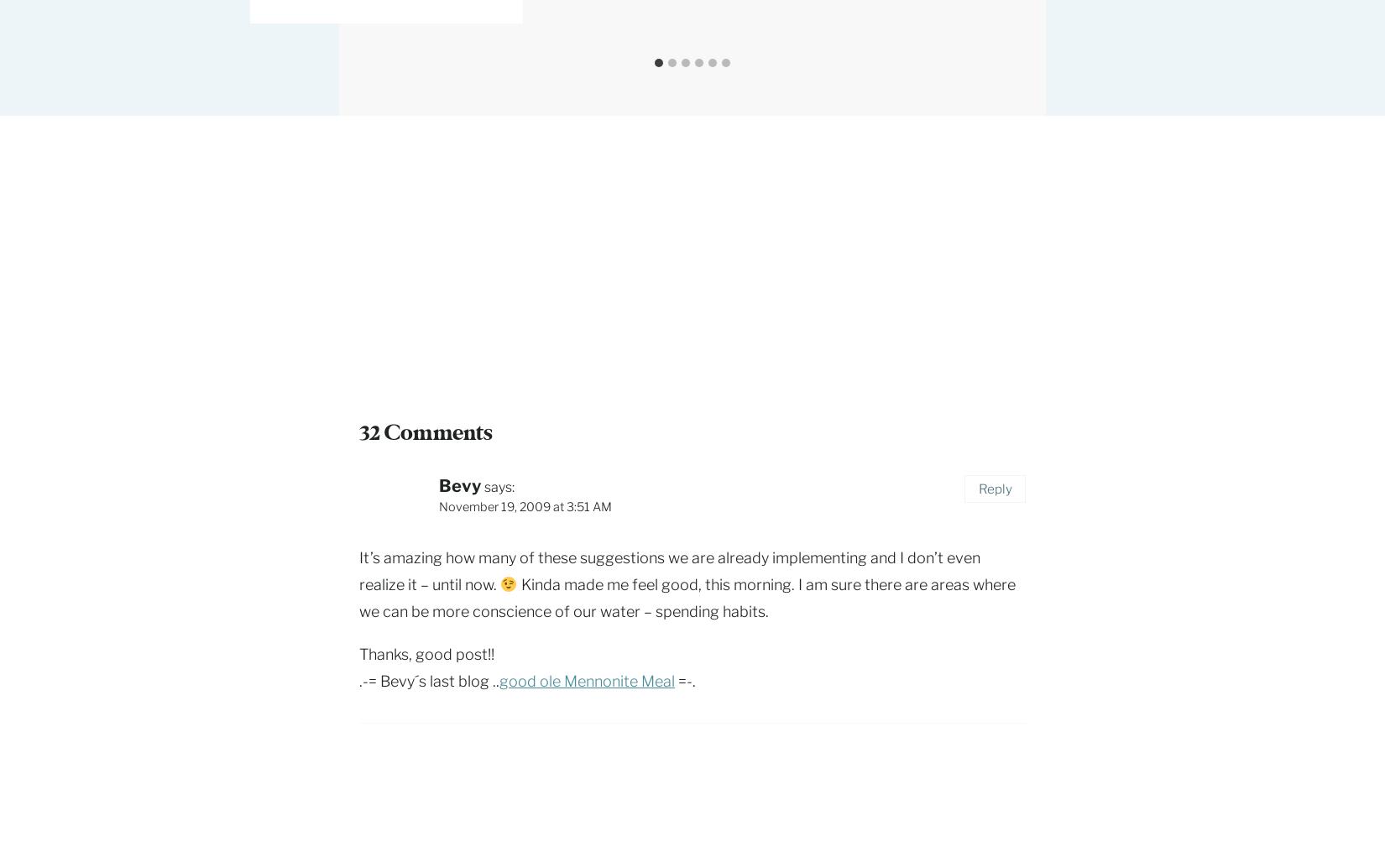  Describe the element at coordinates (358, 598) in the screenshot. I see `'Kinda made me feel good, this morning.  I am sure there are areas where we can be more conscience of our water – spending habits.'` at that location.